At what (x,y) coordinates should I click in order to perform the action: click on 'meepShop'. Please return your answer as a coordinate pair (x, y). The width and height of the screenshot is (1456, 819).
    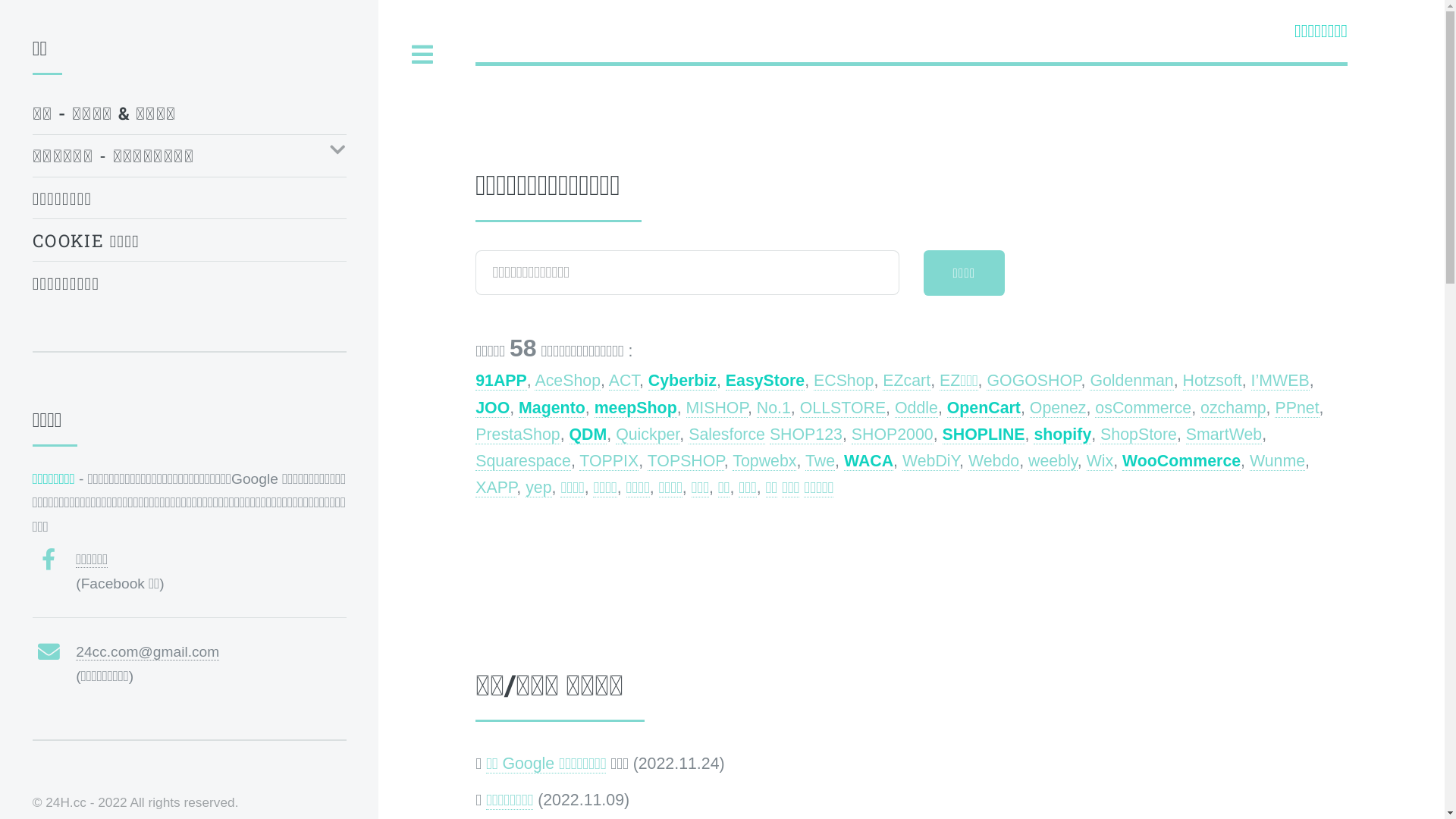
    Looking at the image, I should click on (635, 407).